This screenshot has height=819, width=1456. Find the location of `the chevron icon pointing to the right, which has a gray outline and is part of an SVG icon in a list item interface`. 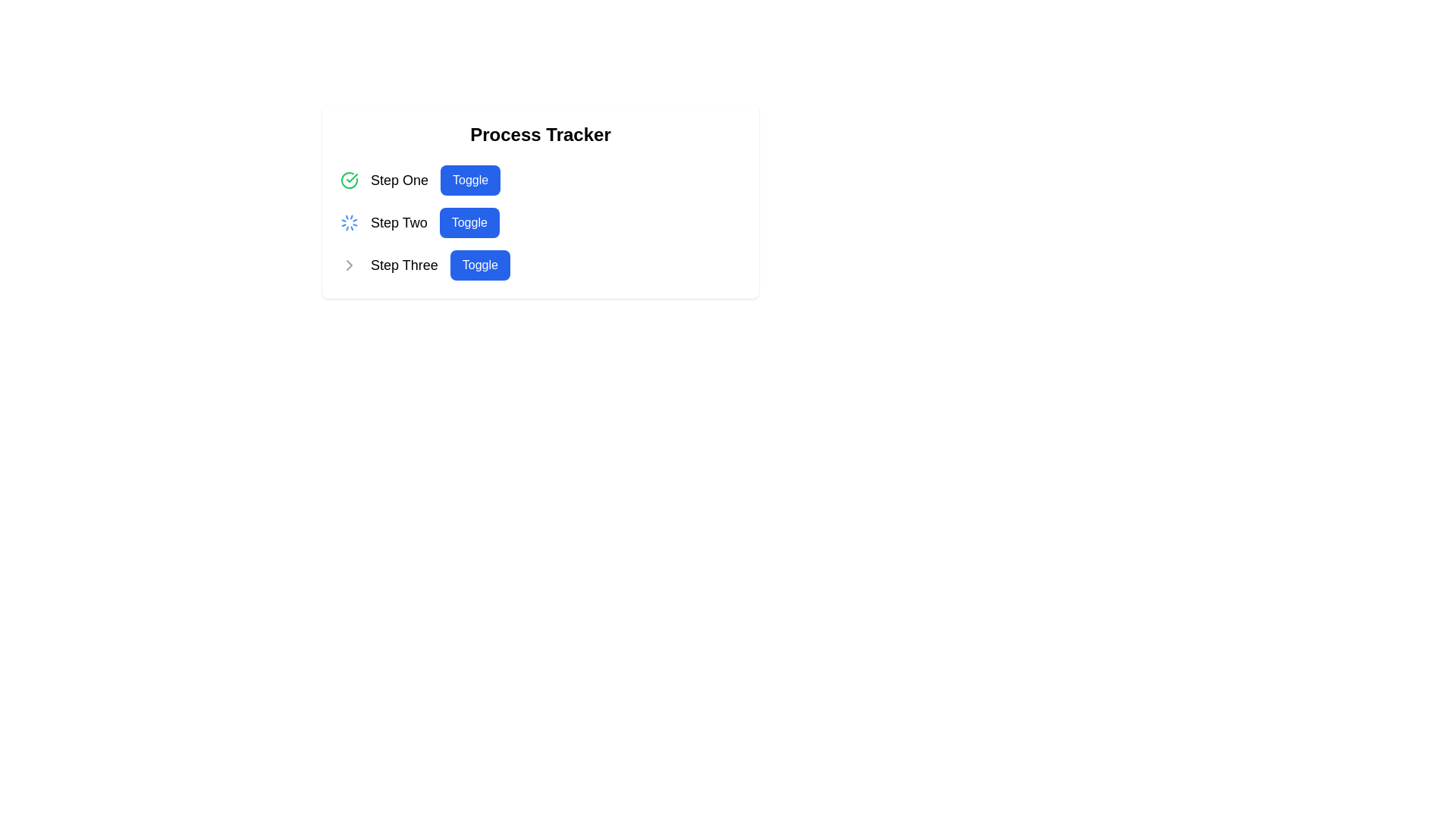

the chevron icon pointing to the right, which has a gray outline and is part of an SVG icon in a list item interface is located at coordinates (348, 265).